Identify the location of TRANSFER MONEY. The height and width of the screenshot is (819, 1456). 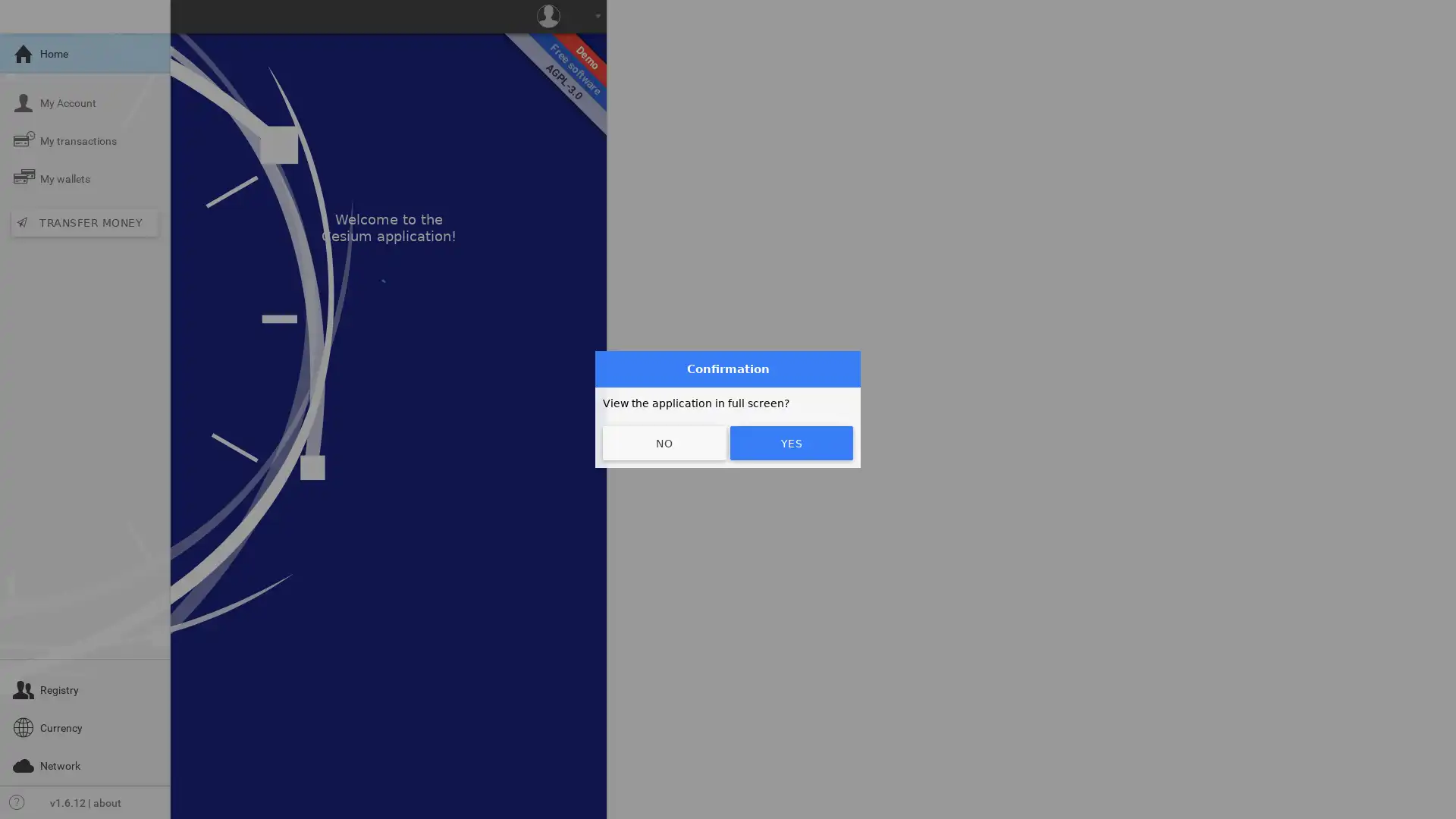
(83, 222).